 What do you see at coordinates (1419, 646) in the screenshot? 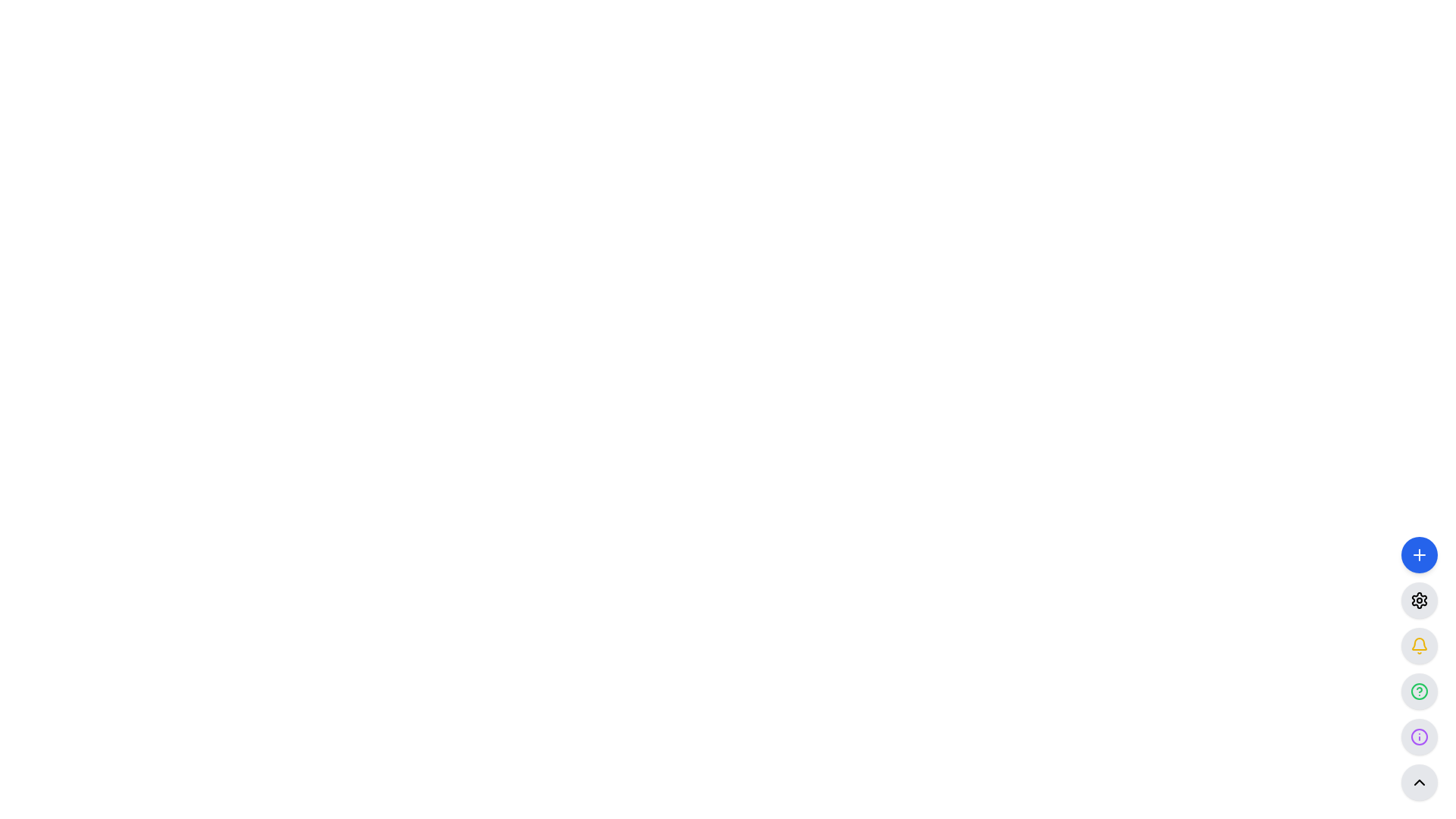
I see `the notifications icon, which is a circular button with a light gray background located in the third slot of the vertical menu on the right side` at bounding box center [1419, 646].